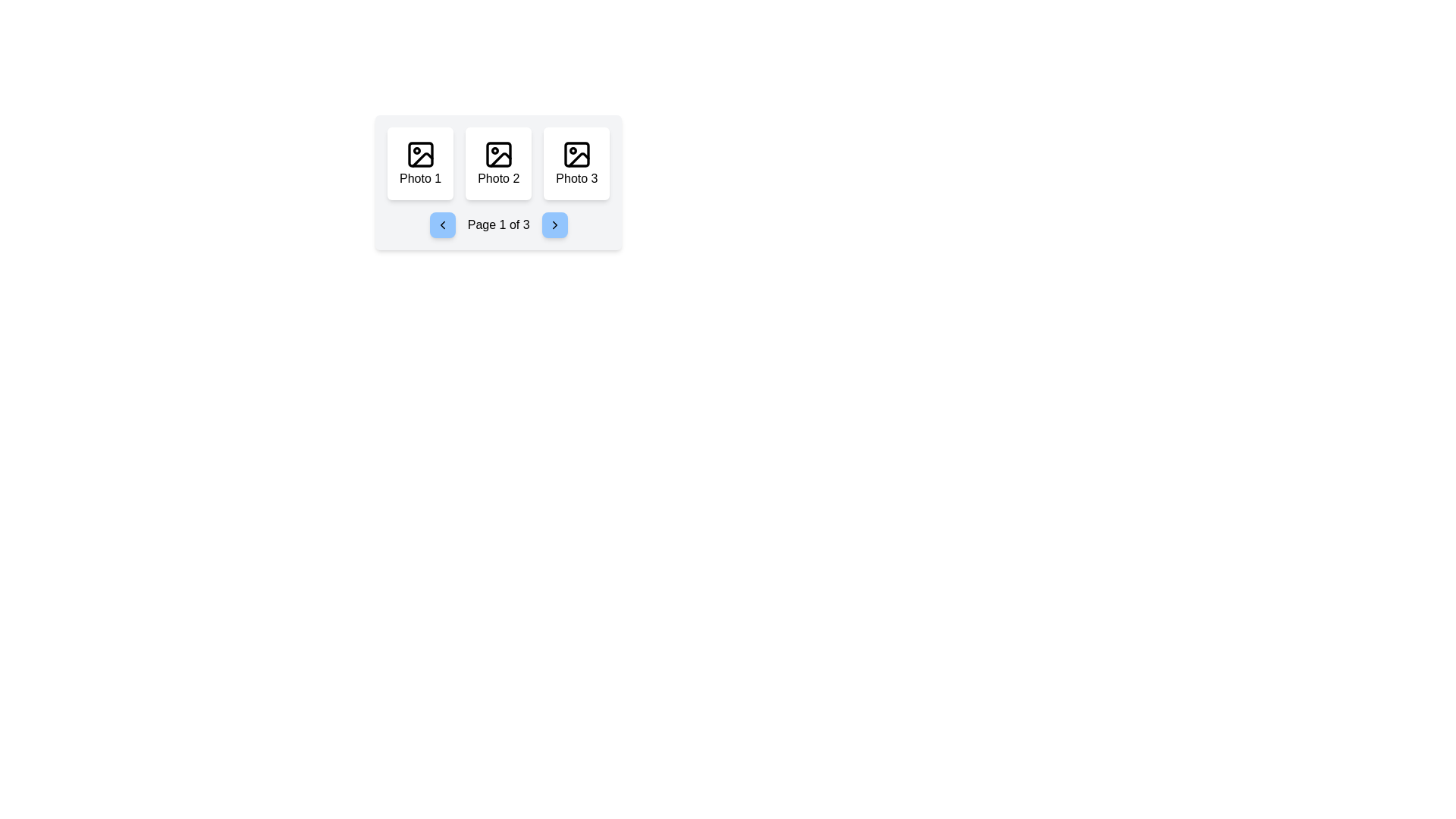 Image resolution: width=1456 pixels, height=819 pixels. Describe the element at coordinates (498, 177) in the screenshot. I see `the text label 'Photo 2', which is styled in black font and located at the bottom-center of the middle card in a horizontal row of three cards` at that location.